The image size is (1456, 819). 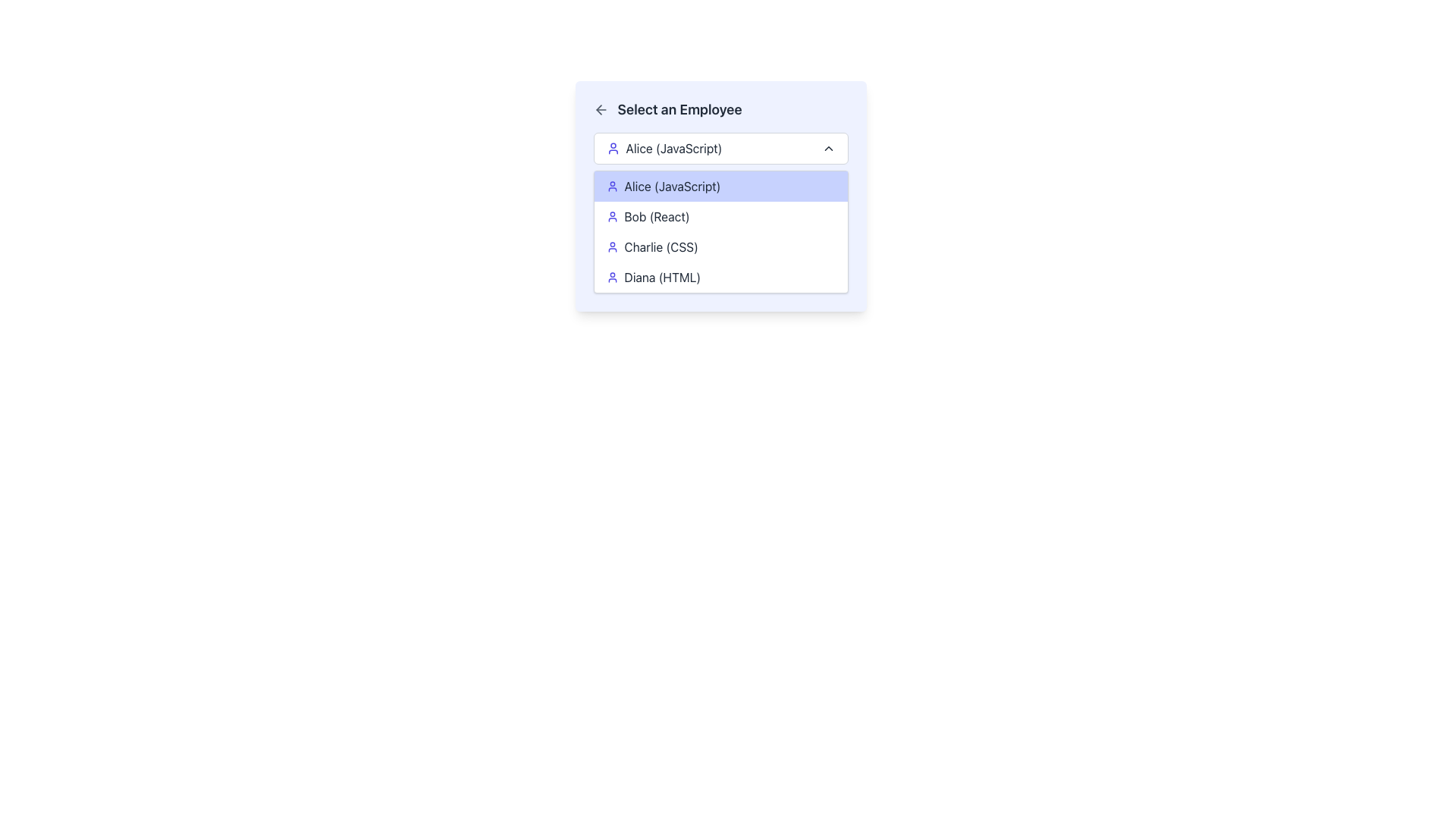 What do you see at coordinates (720, 149) in the screenshot?
I see `the dropdown selection box labeled 'Select an Employee'` at bounding box center [720, 149].